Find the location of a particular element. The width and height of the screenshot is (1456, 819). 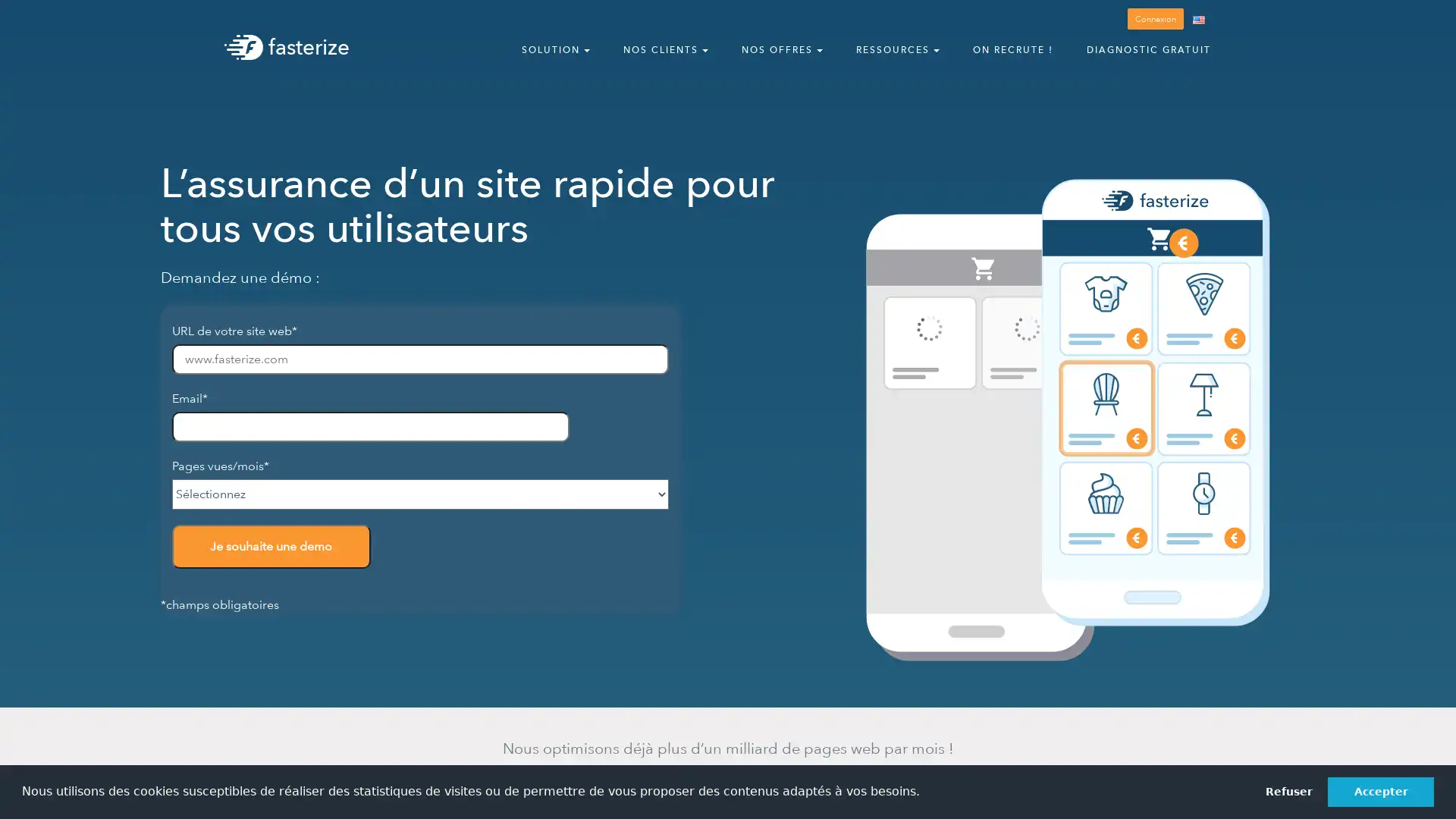

Je souhaite une demo is located at coordinates (271, 546).